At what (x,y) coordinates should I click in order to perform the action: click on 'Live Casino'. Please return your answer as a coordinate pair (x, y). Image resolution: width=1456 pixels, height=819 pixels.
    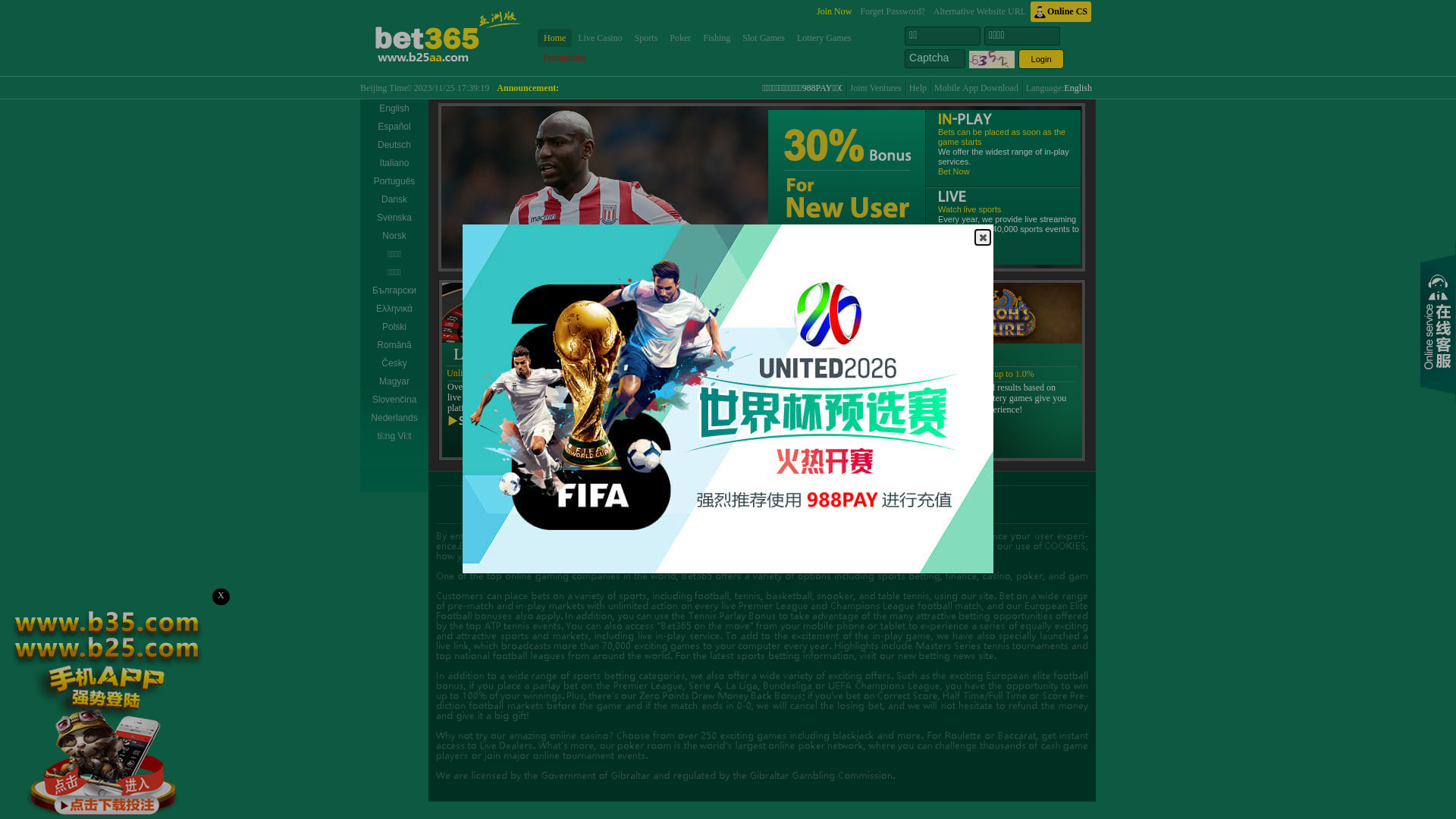
    Looking at the image, I should click on (599, 37).